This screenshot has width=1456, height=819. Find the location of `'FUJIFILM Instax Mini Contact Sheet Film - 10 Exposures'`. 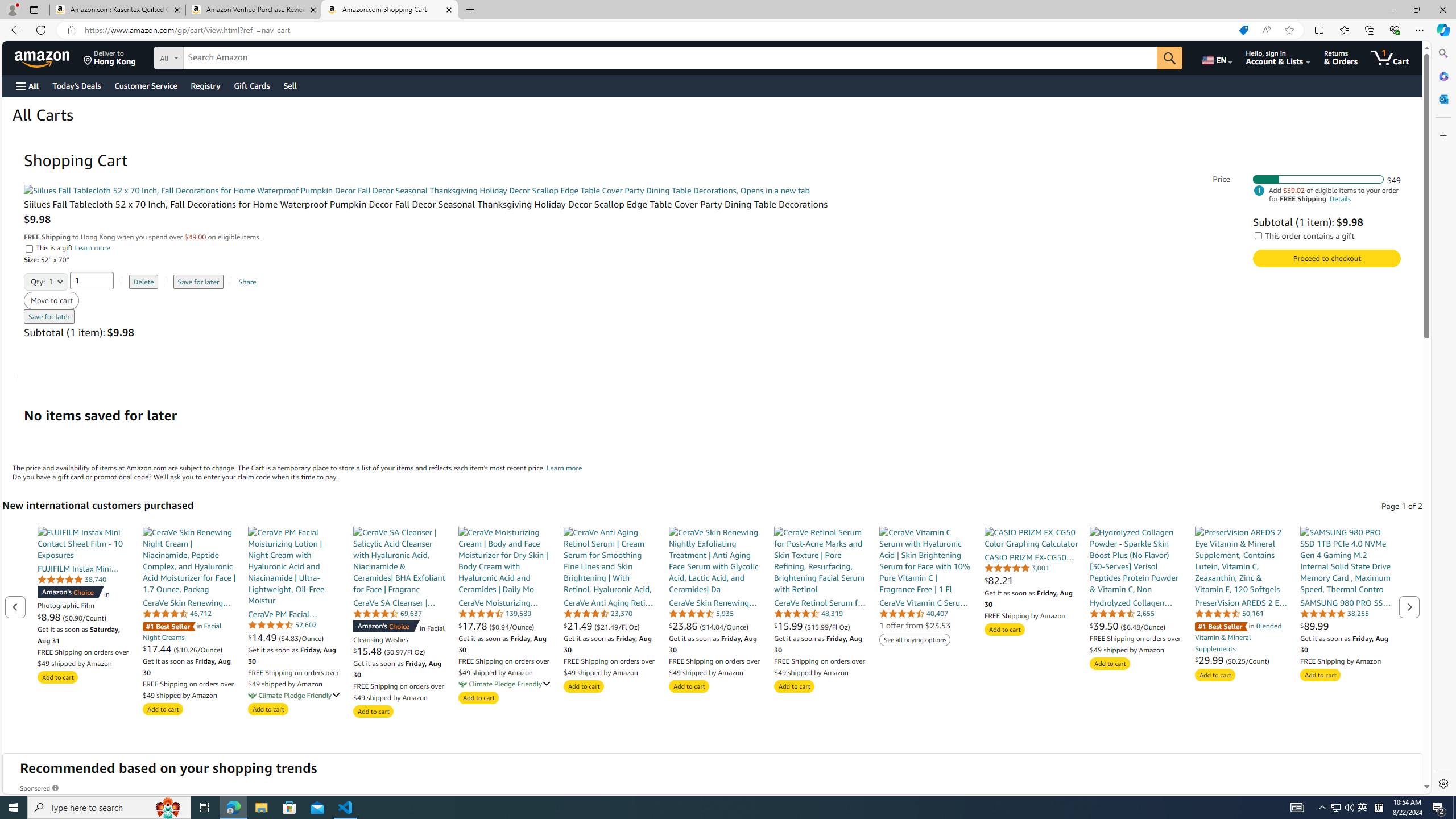

'FUJIFILM Instax Mini Contact Sheet Film - 10 Exposures' is located at coordinates (84, 543).